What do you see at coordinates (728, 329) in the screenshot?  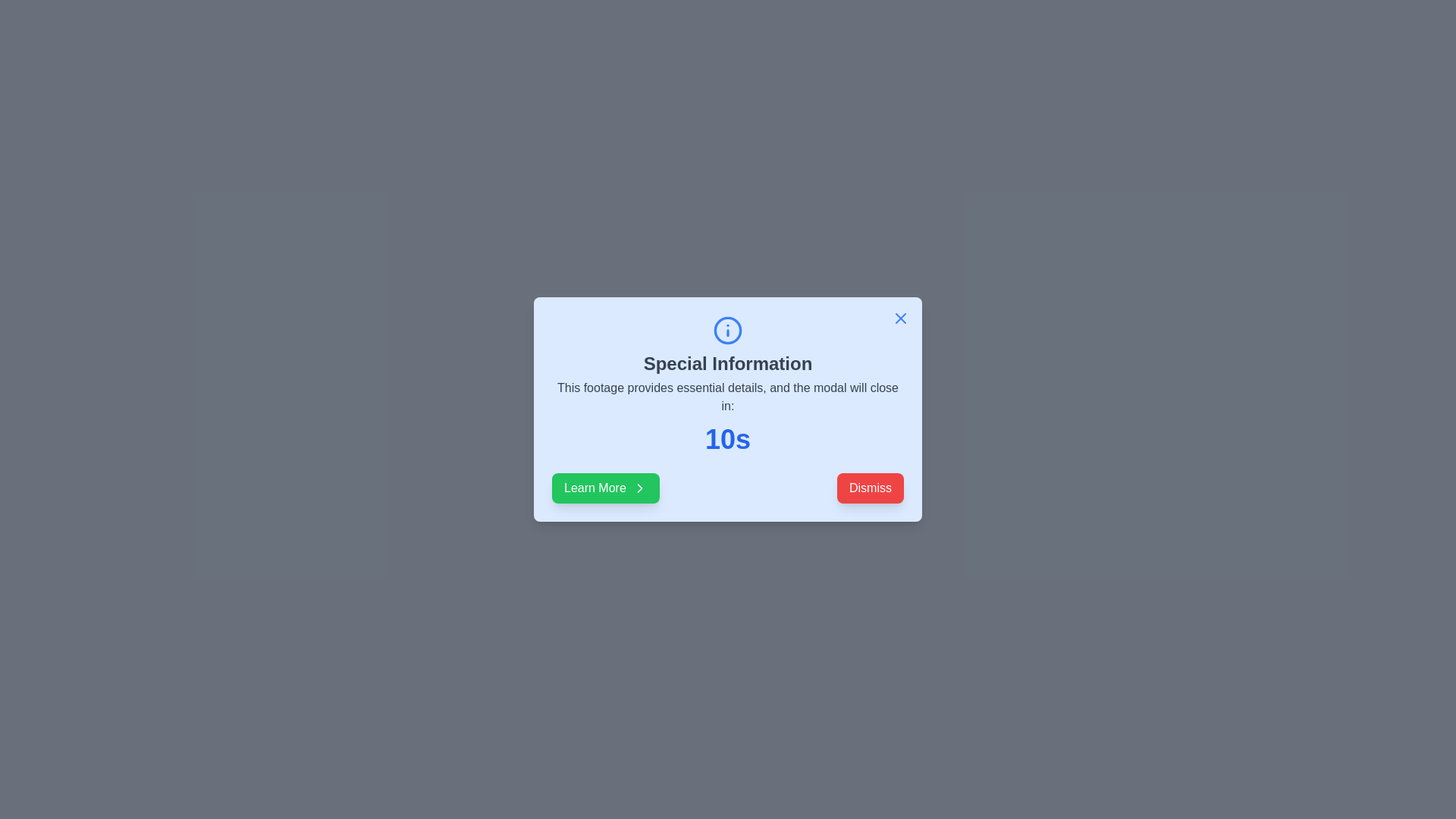 I see `the informational icon graphic (SVG) featuring a blue circle with a lowercase 'i', located at the top of the modal dialog above the title 'Special Information'` at bounding box center [728, 329].